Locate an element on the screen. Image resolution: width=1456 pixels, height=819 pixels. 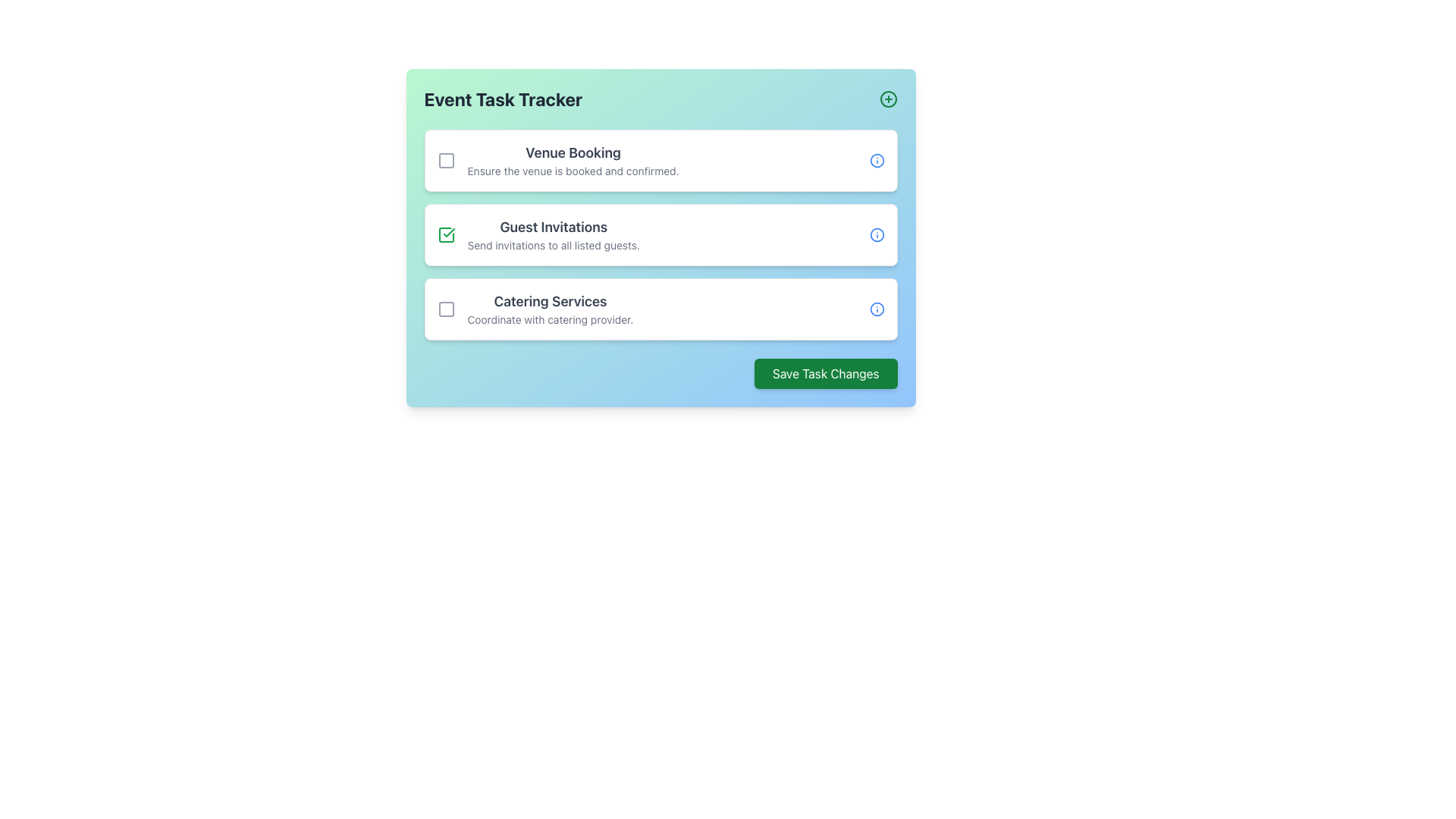
the first task item in the 'Event Task Tracker' section is located at coordinates (557, 161).